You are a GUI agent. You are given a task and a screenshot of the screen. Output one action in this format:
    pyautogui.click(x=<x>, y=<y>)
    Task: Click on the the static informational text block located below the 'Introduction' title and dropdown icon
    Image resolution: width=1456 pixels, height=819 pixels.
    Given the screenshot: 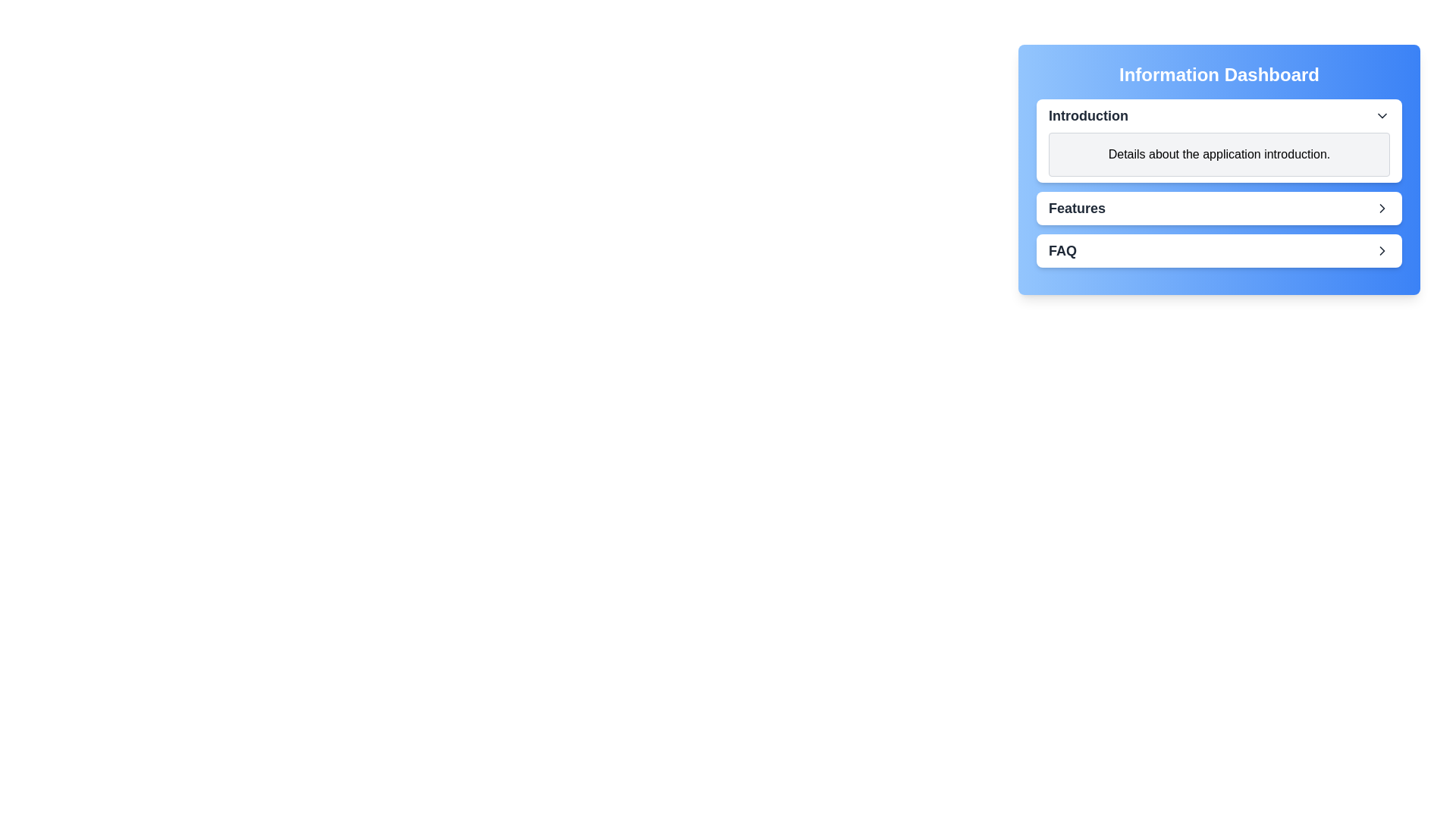 What is the action you would take?
    pyautogui.click(x=1219, y=155)
    